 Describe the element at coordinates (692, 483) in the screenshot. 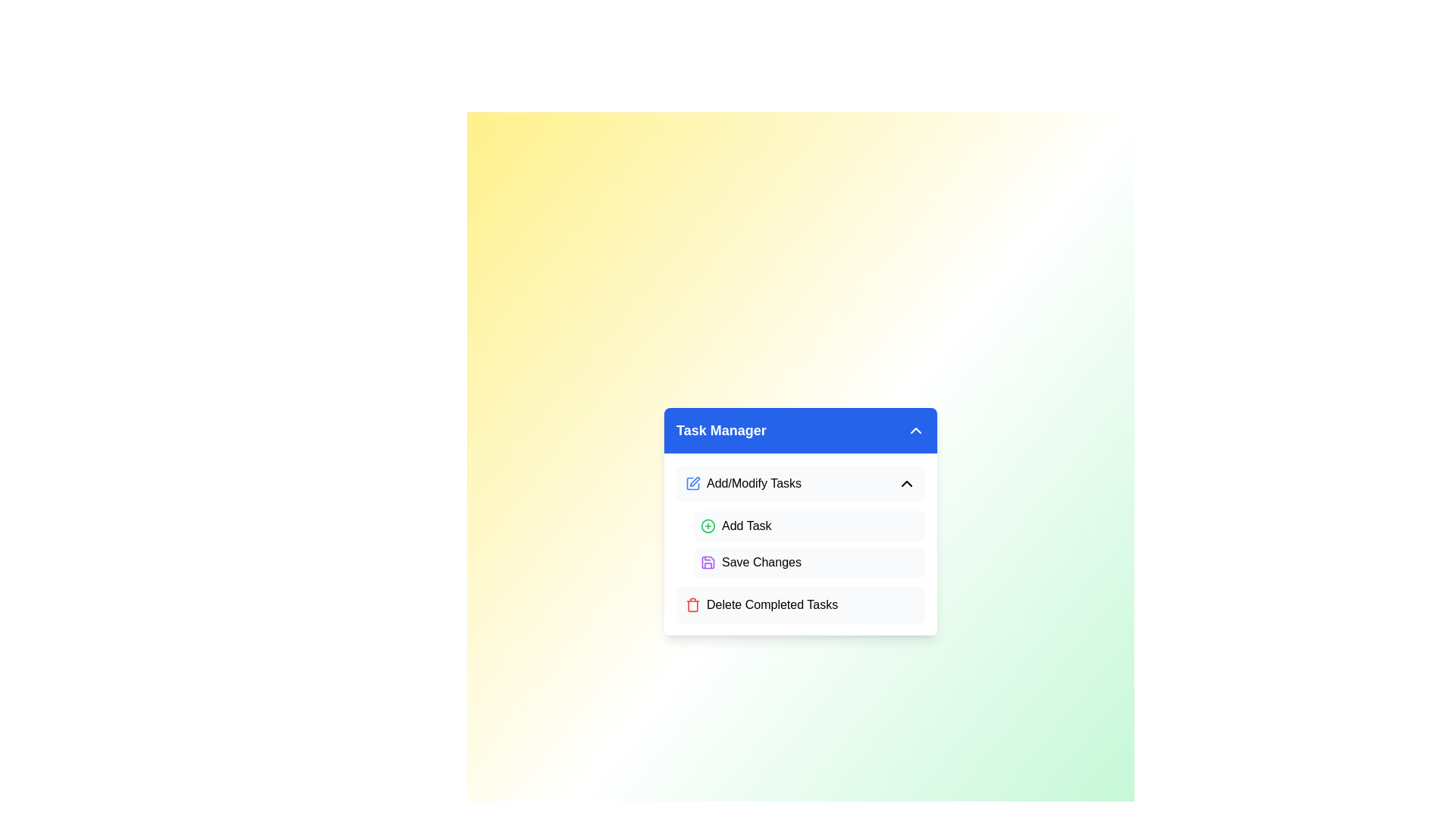

I see `the blue pen icon that is the leftmost component in the row labeled 'Add/Modify Tasks' within the 'Task Manager' dropdown menu` at that location.